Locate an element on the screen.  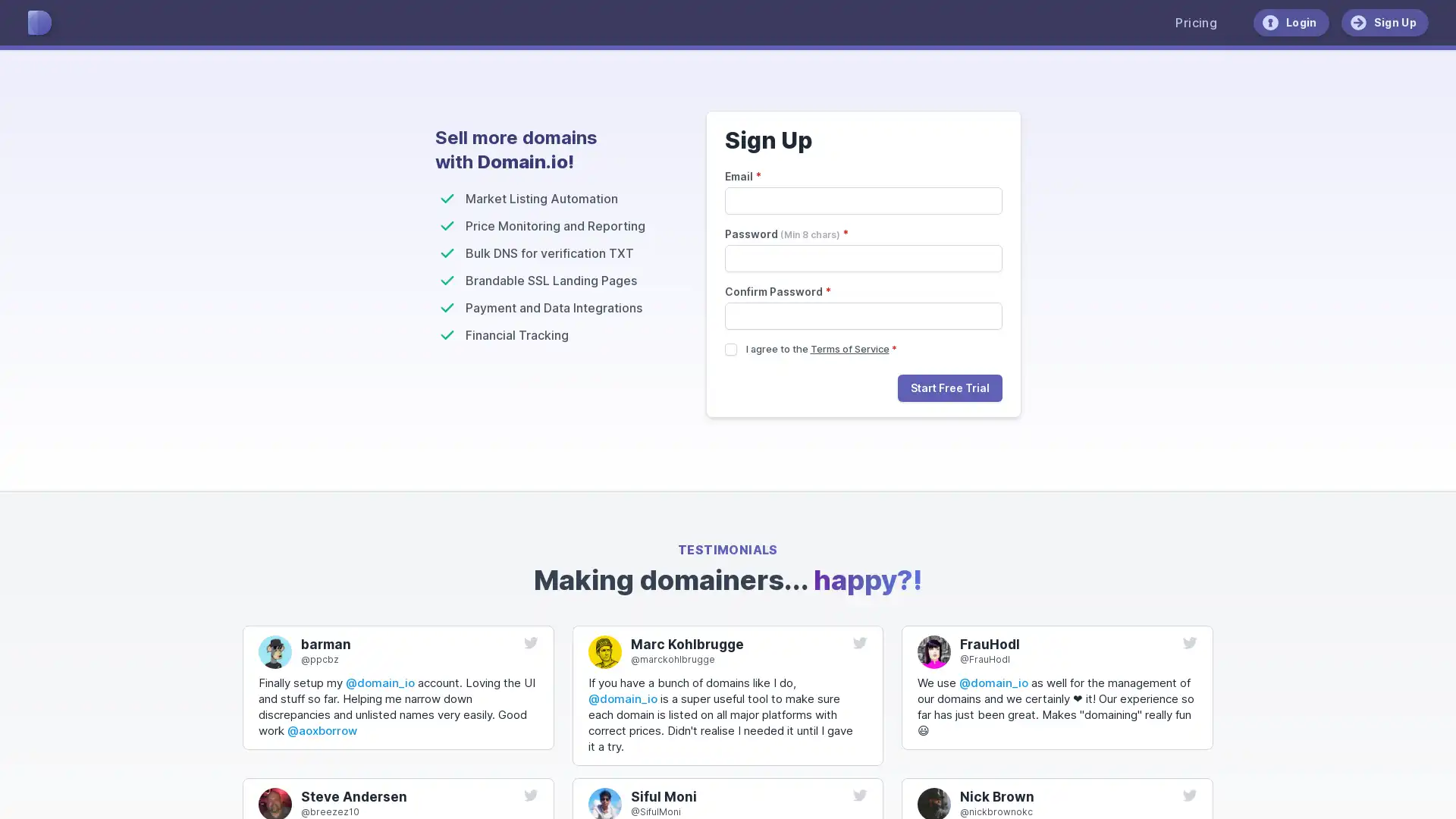
Start Free Trial is located at coordinates (949, 388).